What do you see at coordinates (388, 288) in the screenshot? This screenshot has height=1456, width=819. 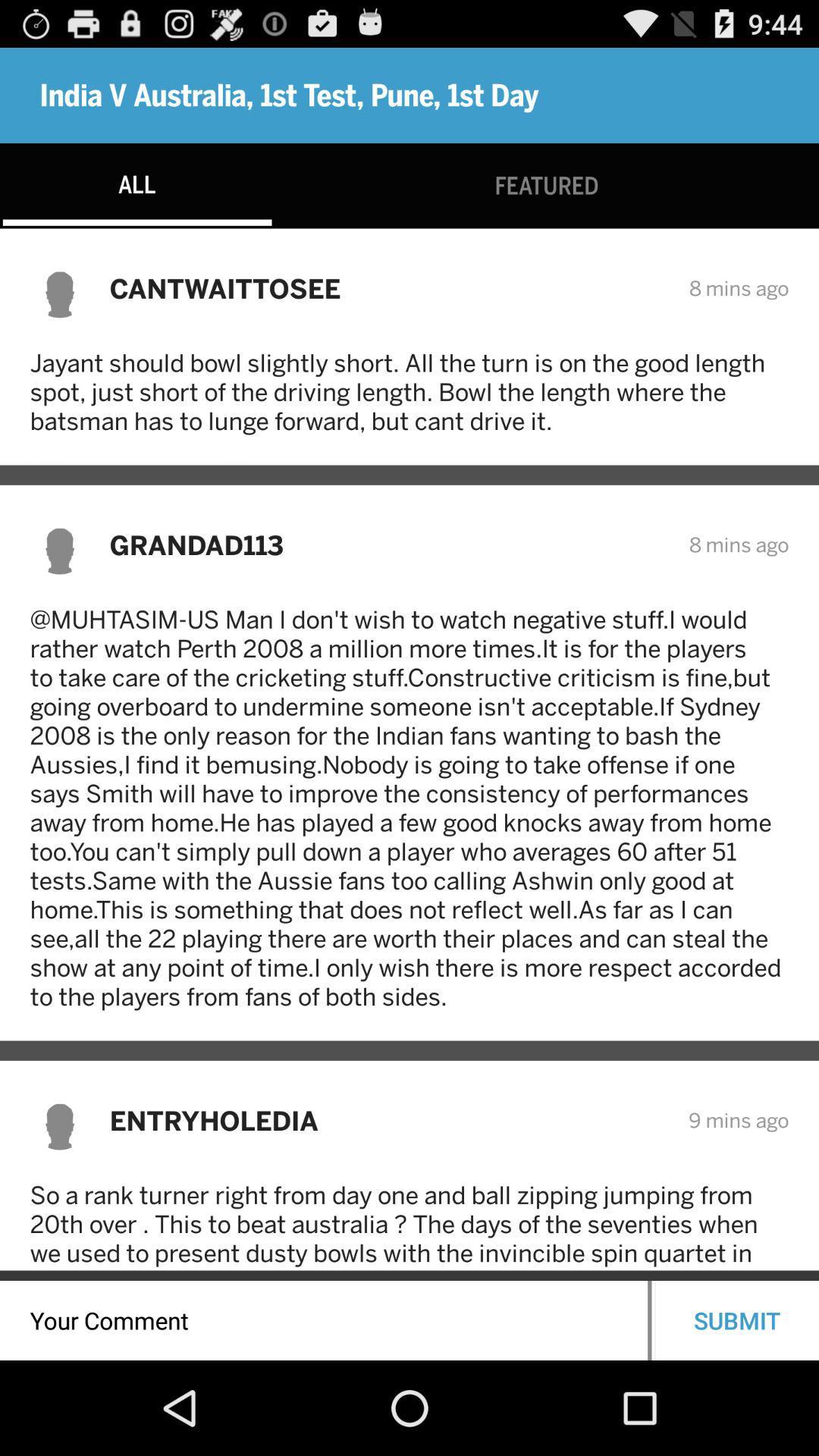 I see `the item above the jayant should bowl item` at bounding box center [388, 288].